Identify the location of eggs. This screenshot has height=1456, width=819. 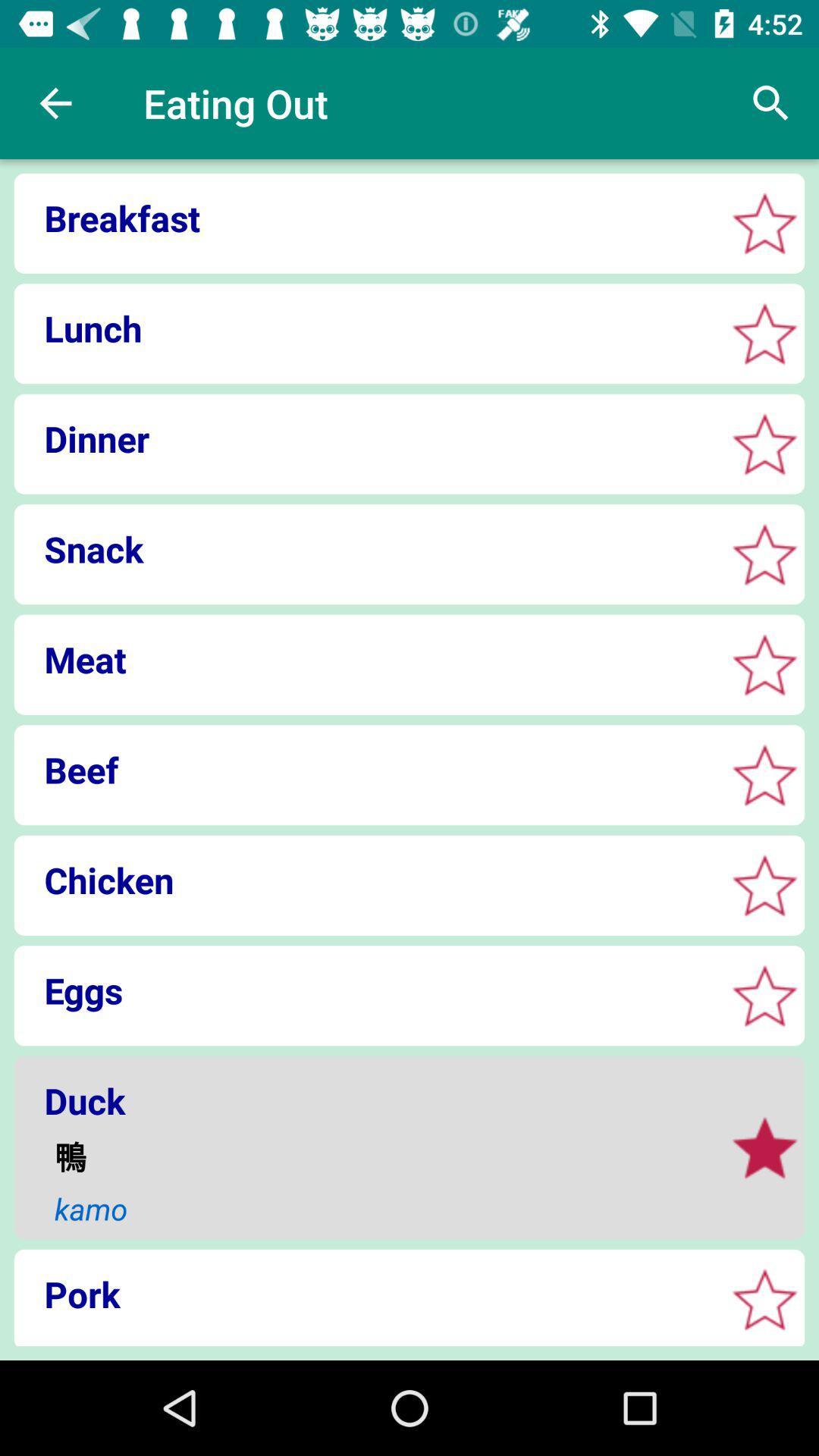
(365, 990).